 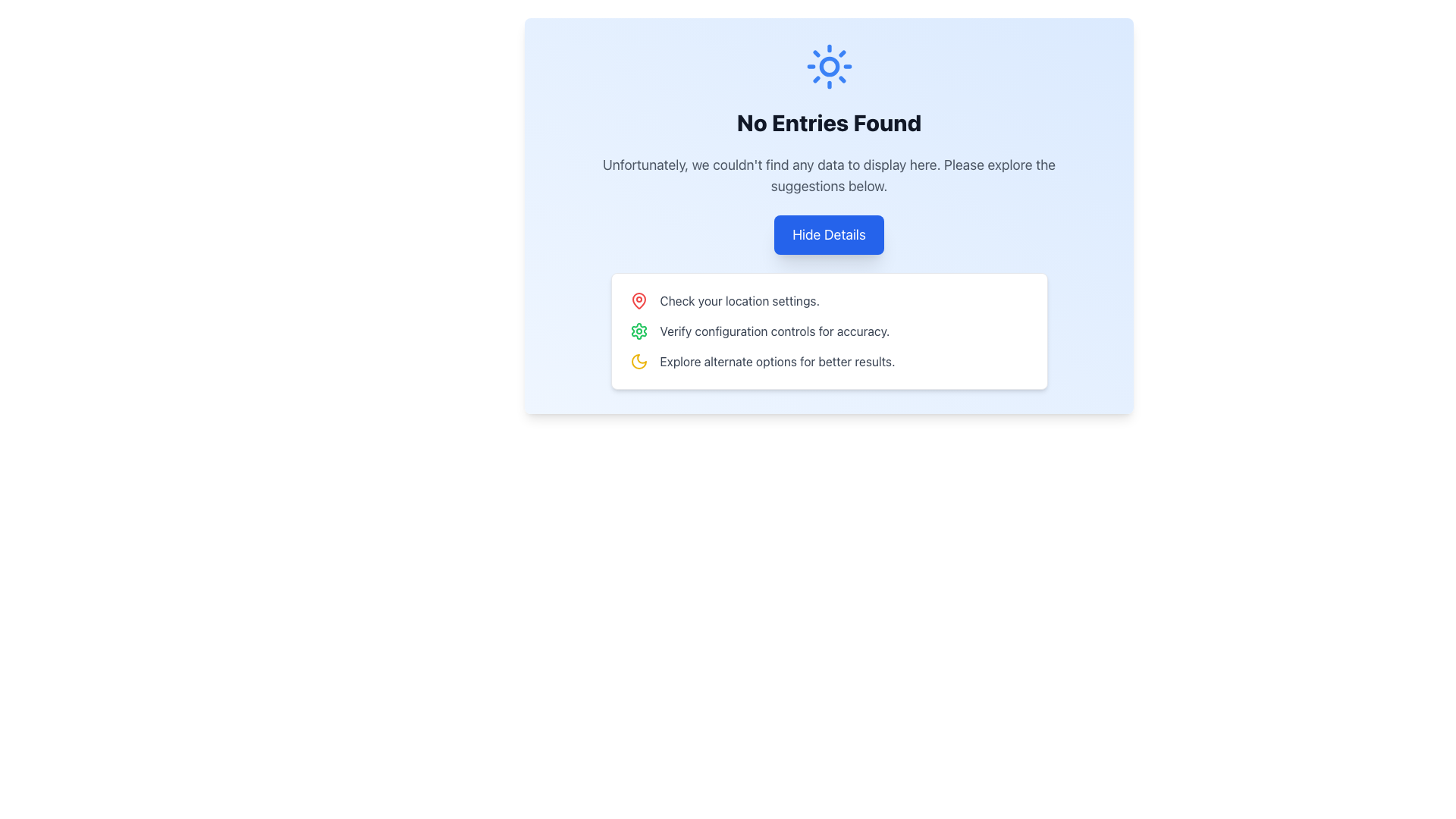 I want to click on the green gear icon representing settings located to the left of the second suggestion item below the 'No Entries Found' notification, so click(x=639, y=330).